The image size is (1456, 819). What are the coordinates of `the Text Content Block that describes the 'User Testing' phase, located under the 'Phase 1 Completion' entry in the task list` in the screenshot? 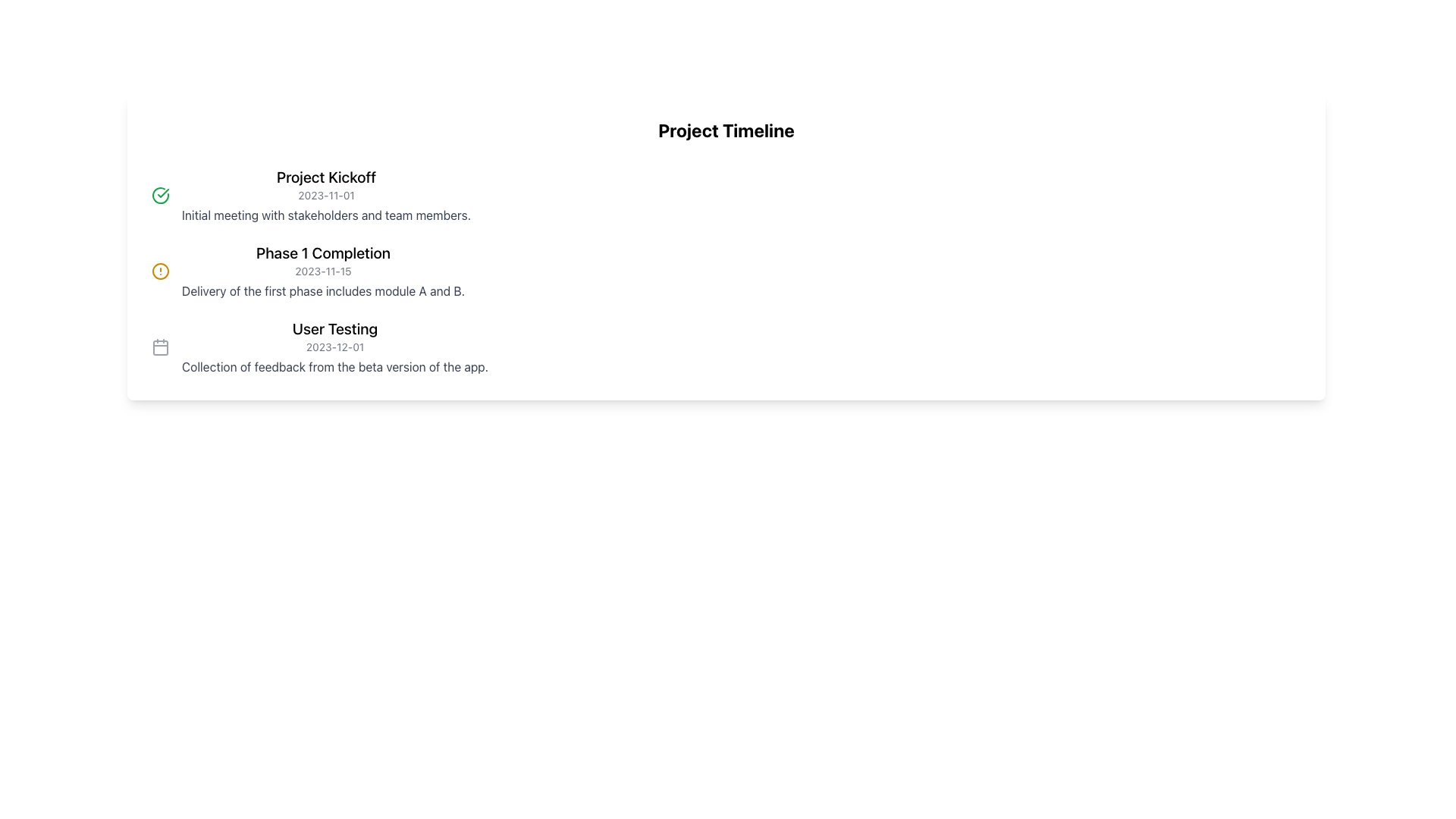 It's located at (334, 347).